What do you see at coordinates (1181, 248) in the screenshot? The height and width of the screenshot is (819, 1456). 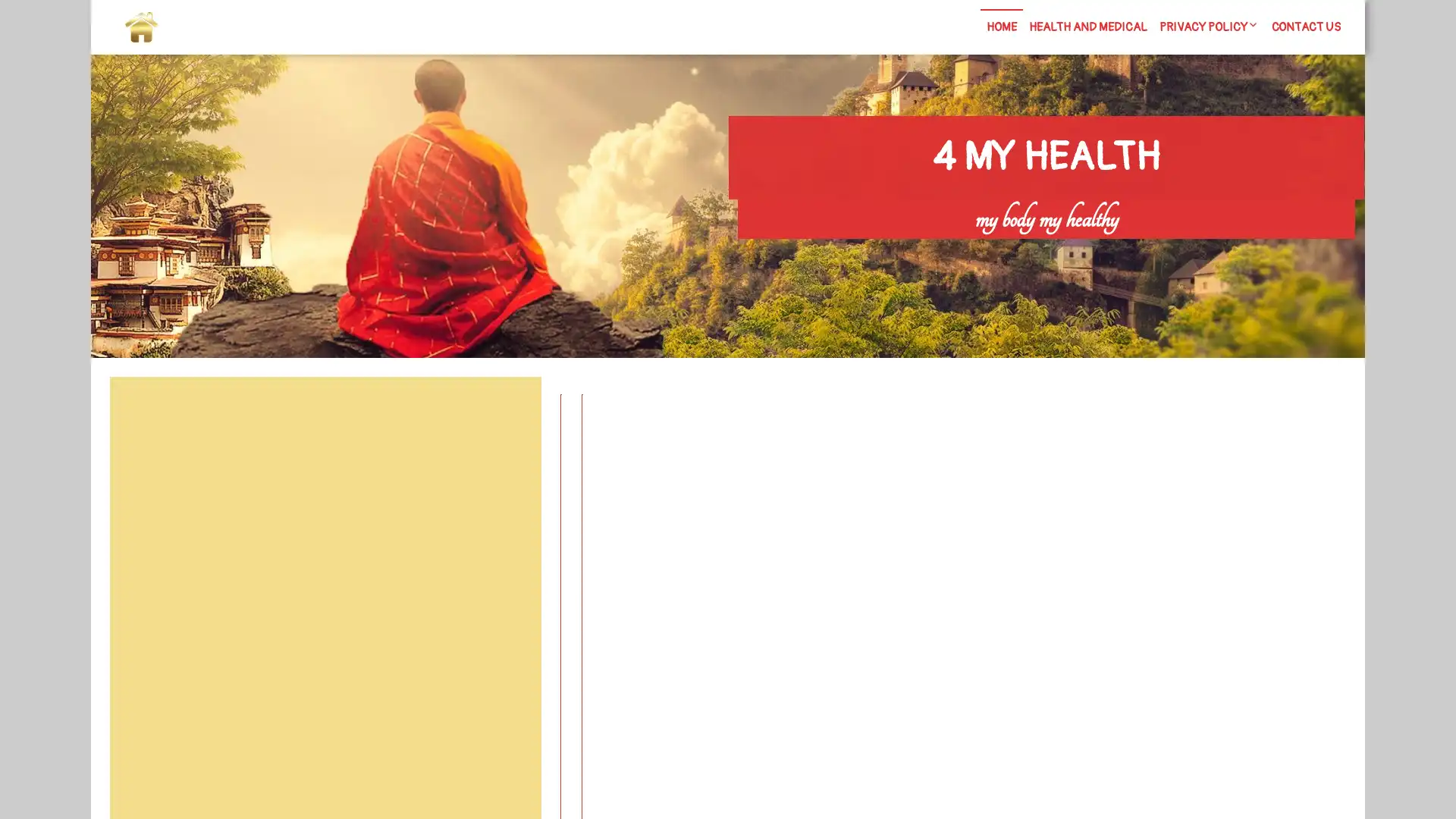 I see `Search` at bounding box center [1181, 248].